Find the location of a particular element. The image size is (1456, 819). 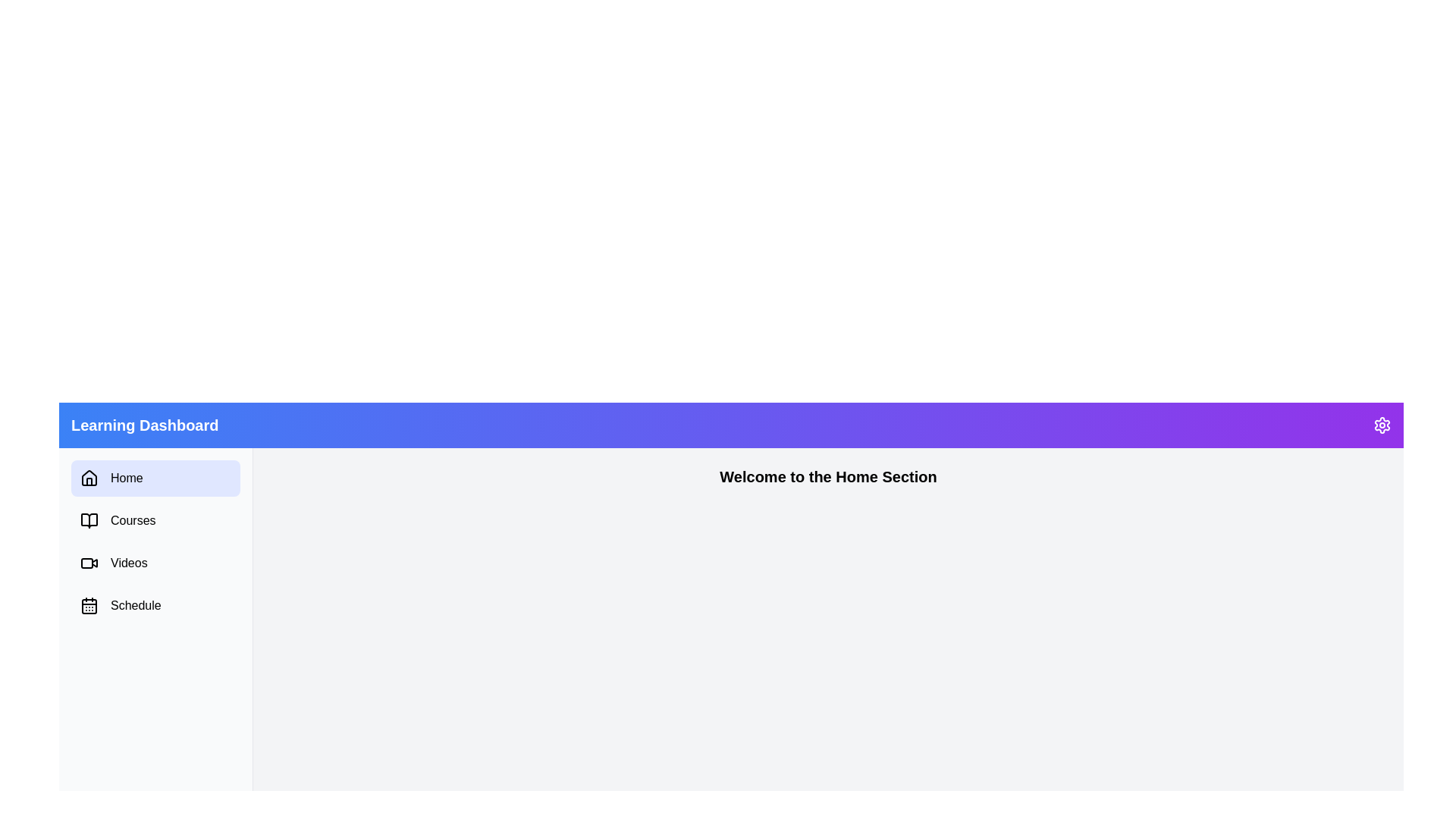

the triangular play button icon in the sidebar navigation menu next to the 'Videos' text label for video playback is located at coordinates (93, 562).